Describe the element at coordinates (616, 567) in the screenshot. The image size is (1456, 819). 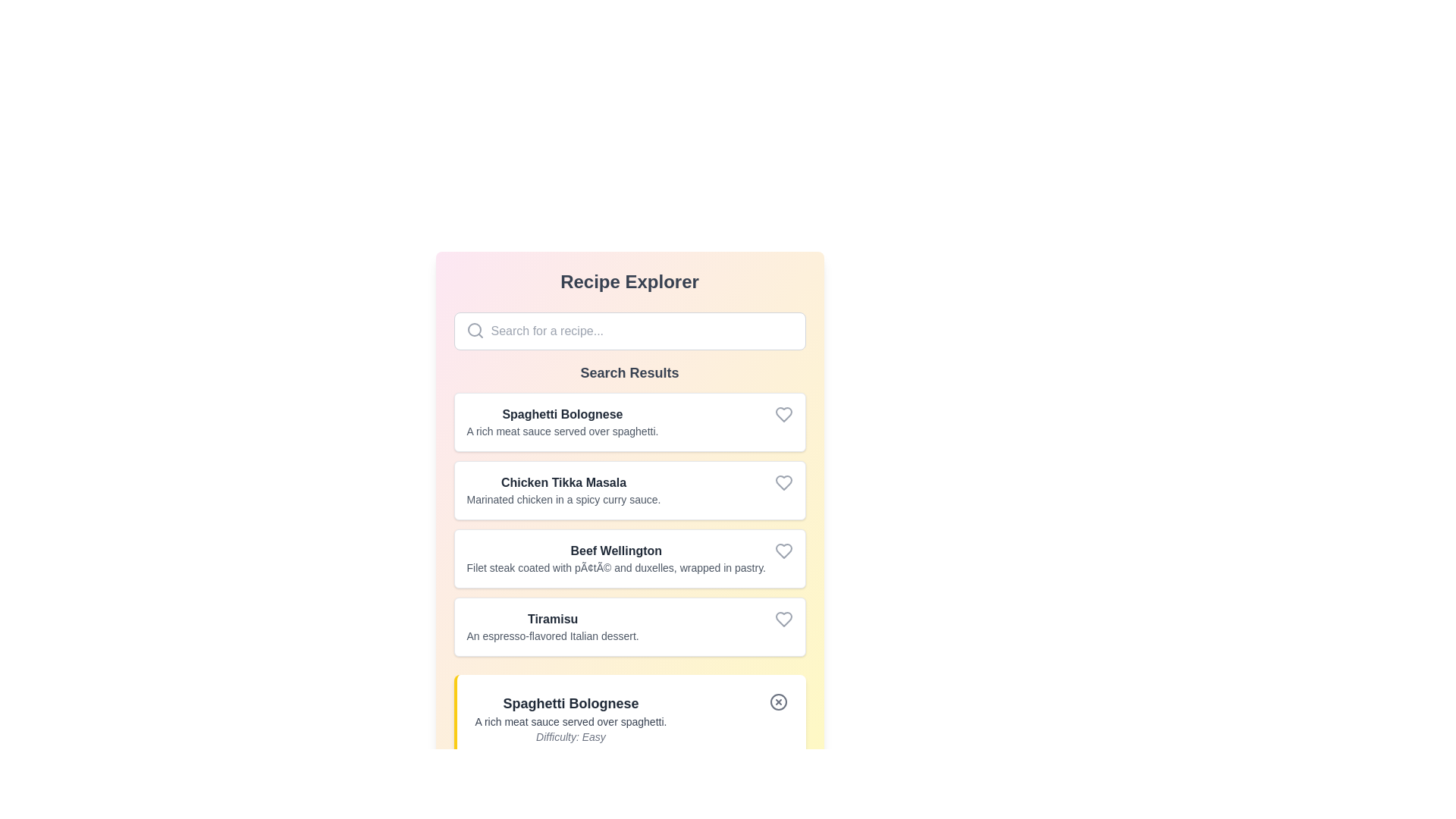
I see `additional descriptive text for the dish 'Beef Wellington' located below its title in the 'Recipe Explorer' section` at that location.